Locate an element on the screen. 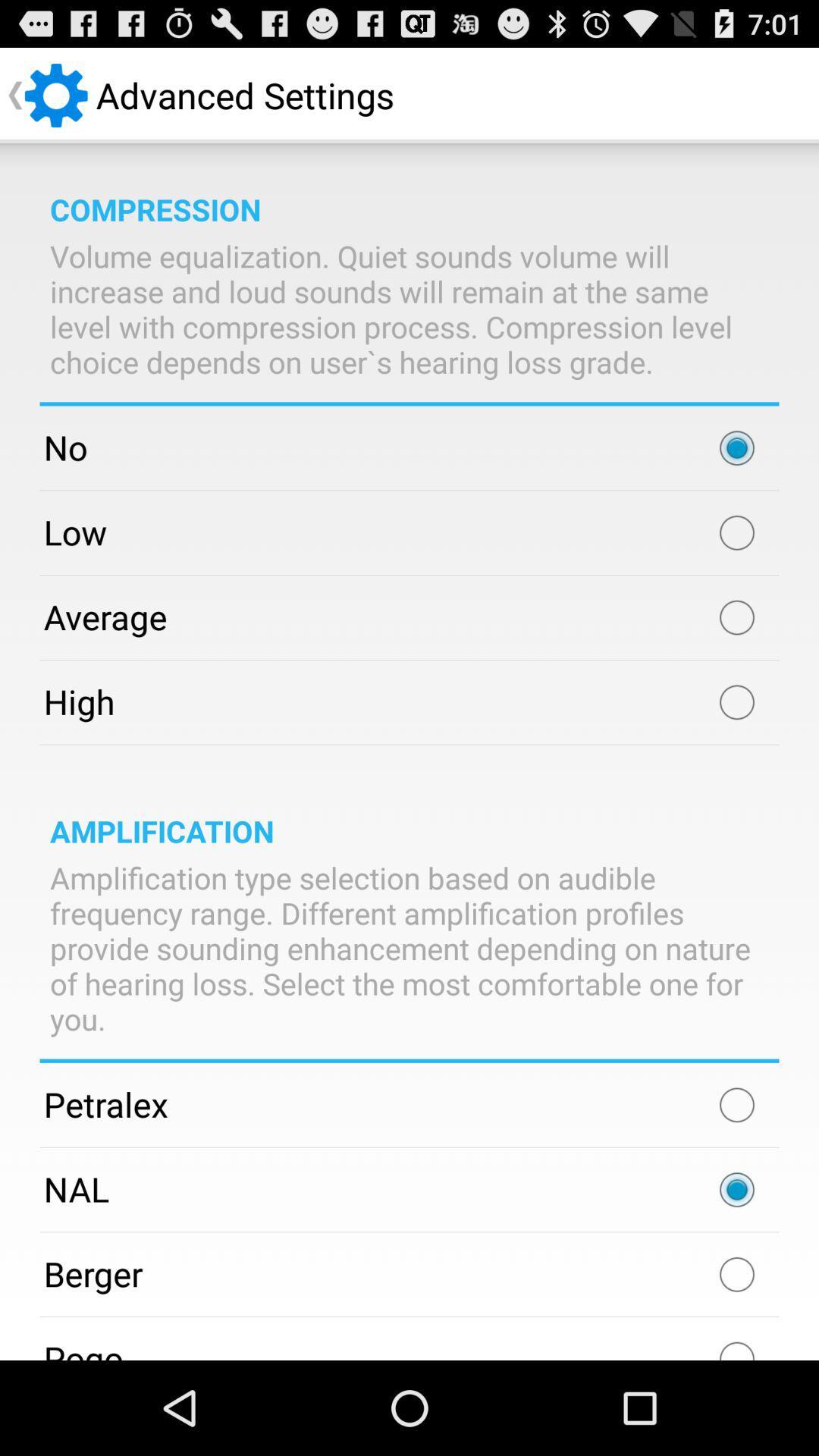 This screenshot has height=1456, width=819. set amplification type to nal is located at coordinates (736, 1189).